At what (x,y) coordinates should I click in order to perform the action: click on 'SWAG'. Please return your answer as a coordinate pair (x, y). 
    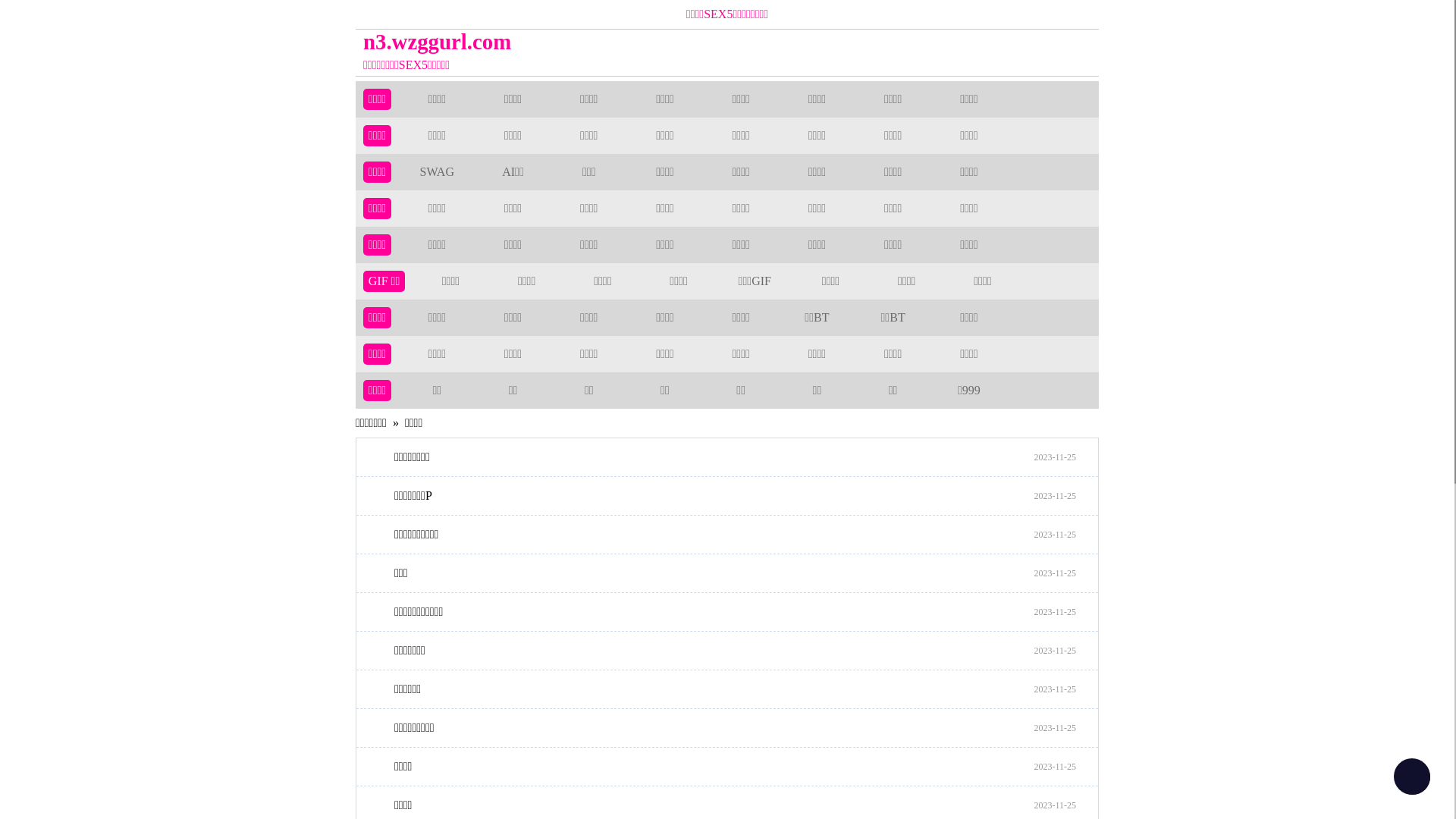
    Looking at the image, I should click on (436, 171).